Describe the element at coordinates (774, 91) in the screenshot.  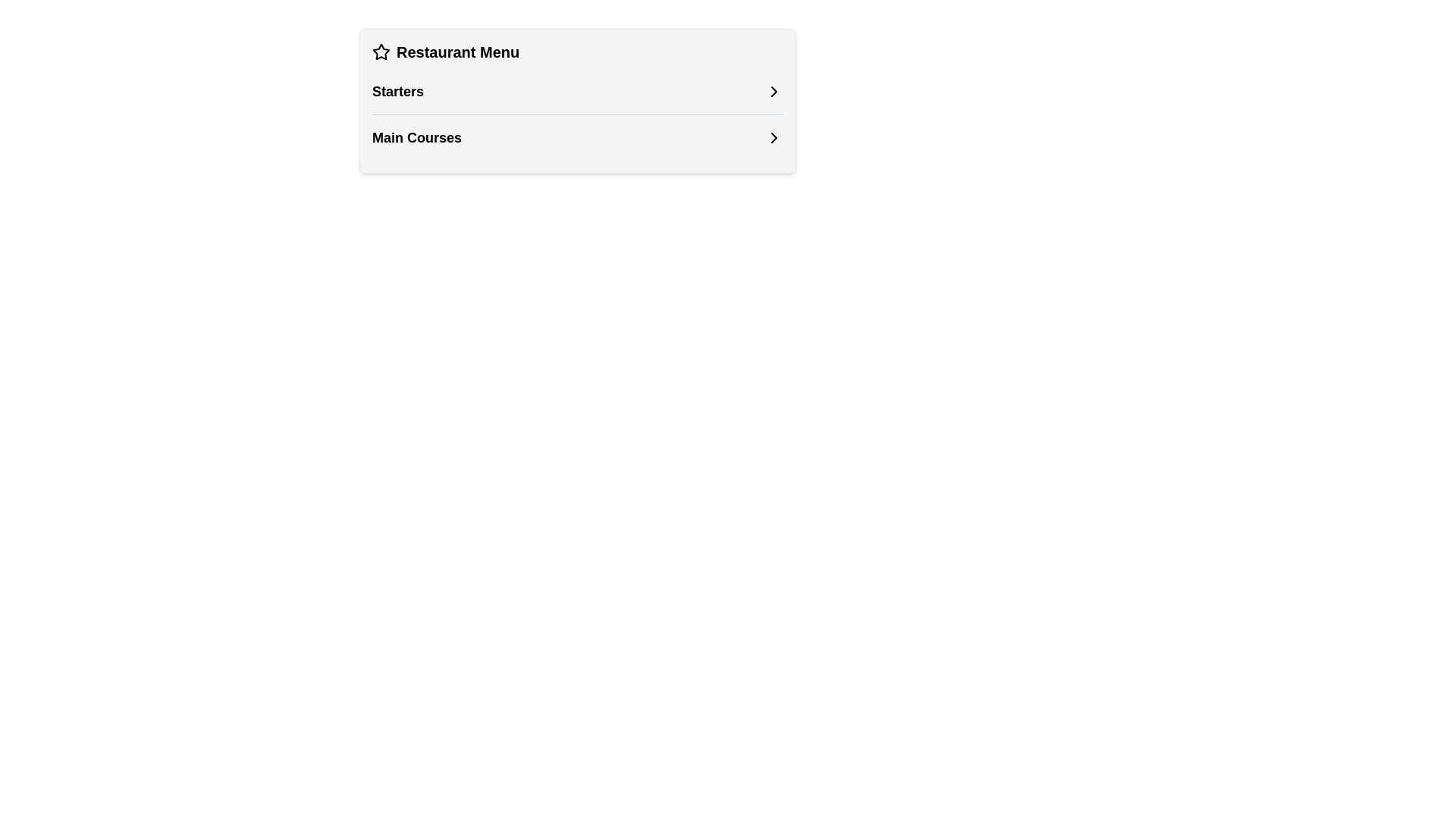
I see `the icon located in the top-right corner of the 'Restaurant Menu' menu item` at that location.